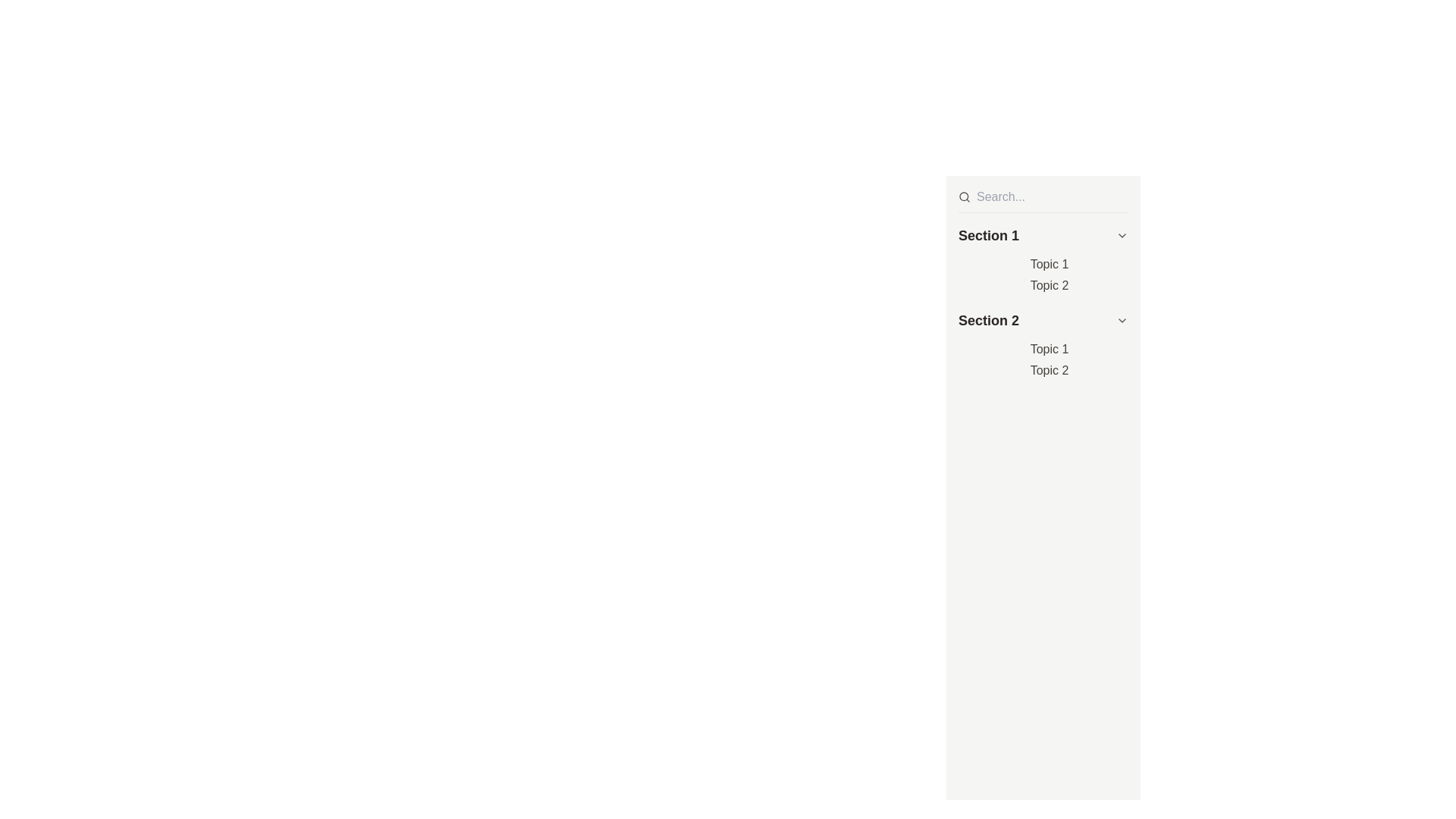 The width and height of the screenshot is (1456, 819). I want to click on the hyperlink labeled 'Topic 2' located under the 'Section 2' heading, which is the second item following 'Topic 1', so click(1048, 370).